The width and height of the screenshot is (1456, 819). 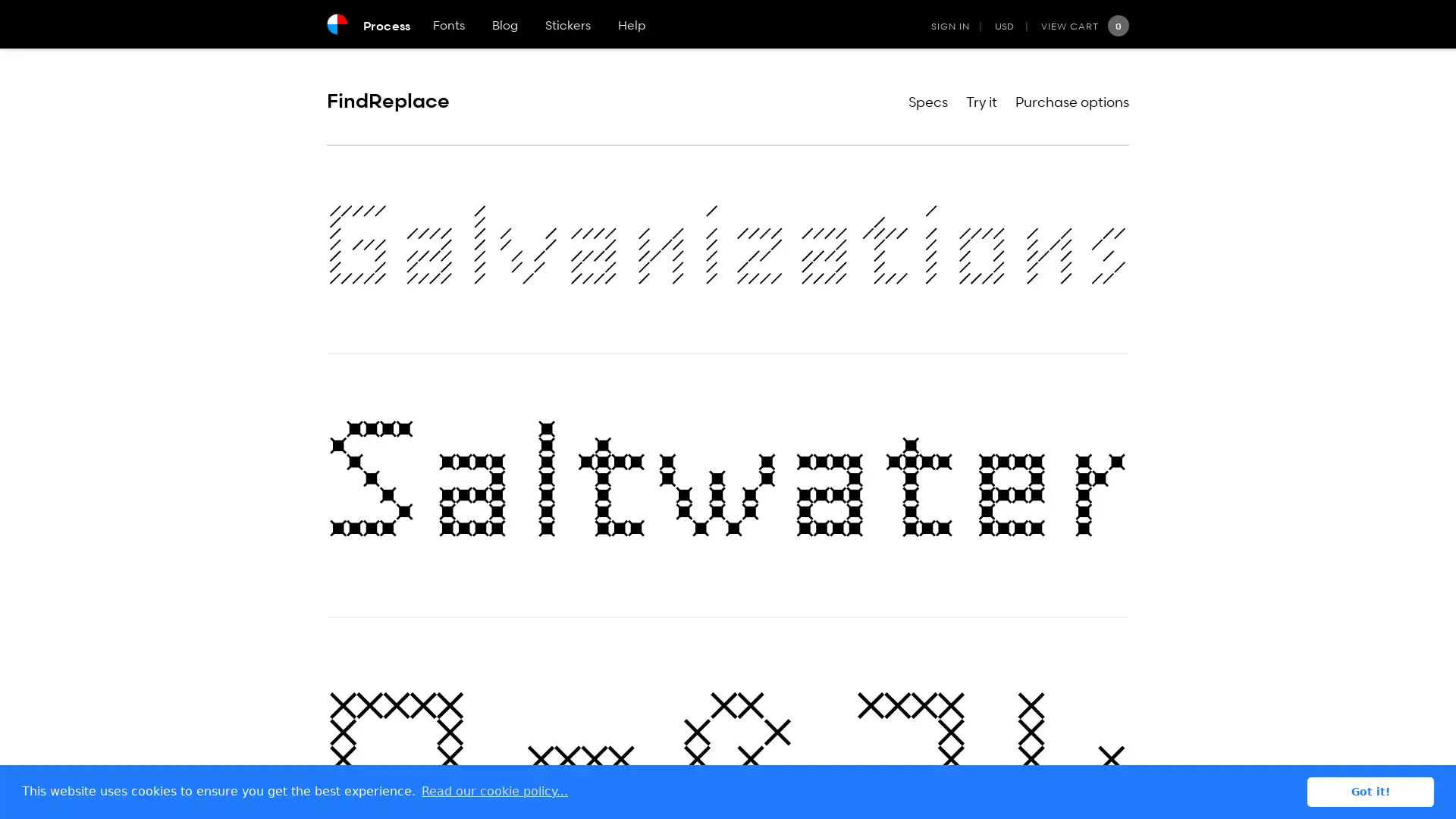 I want to click on learn more about cookies, so click(x=494, y=791).